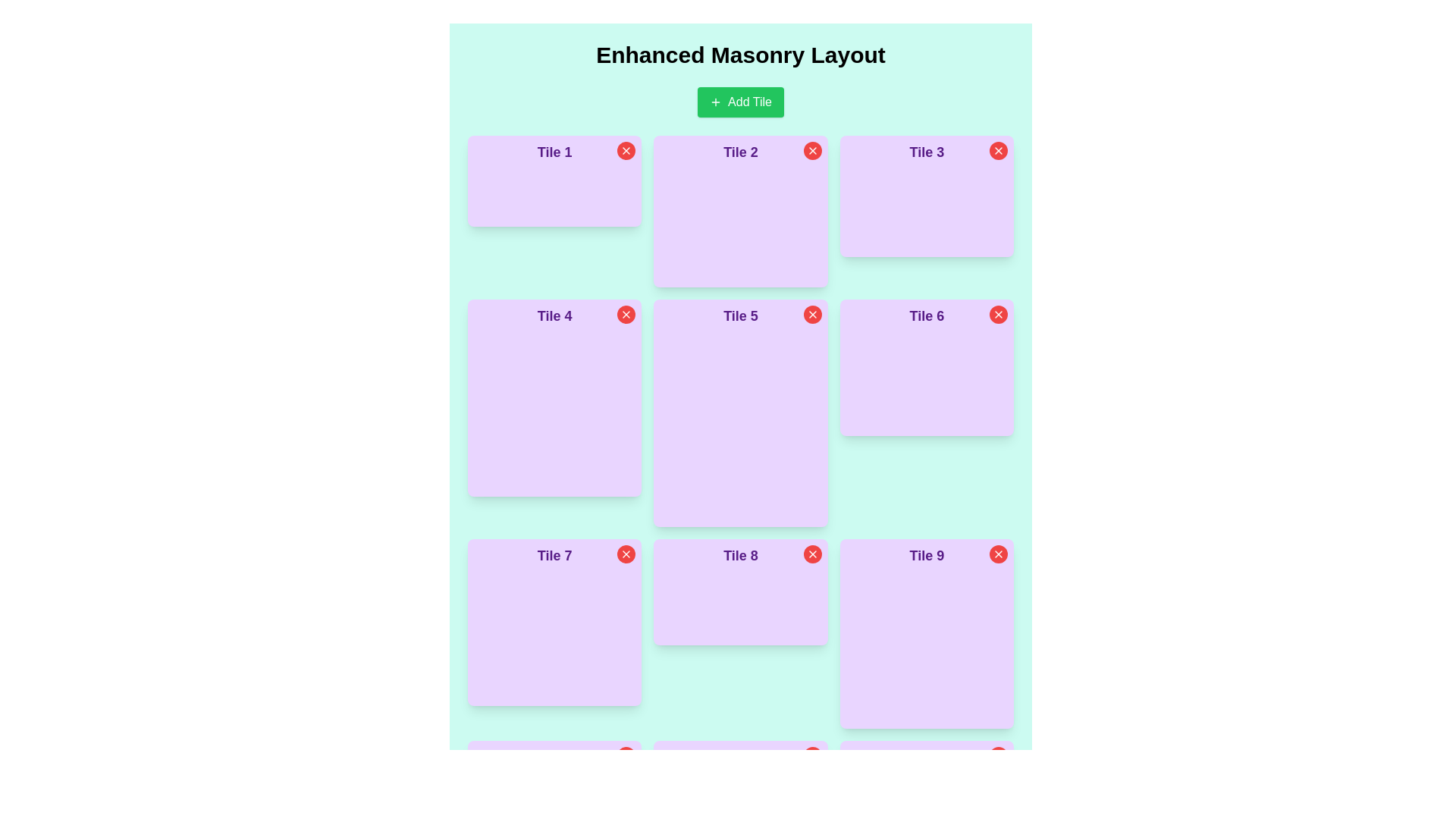 The height and width of the screenshot is (819, 1456). Describe the element at coordinates (998, 554) in the screenshot. I see `the delete button located at the top-right corner of 'Tile 9'` at that location.